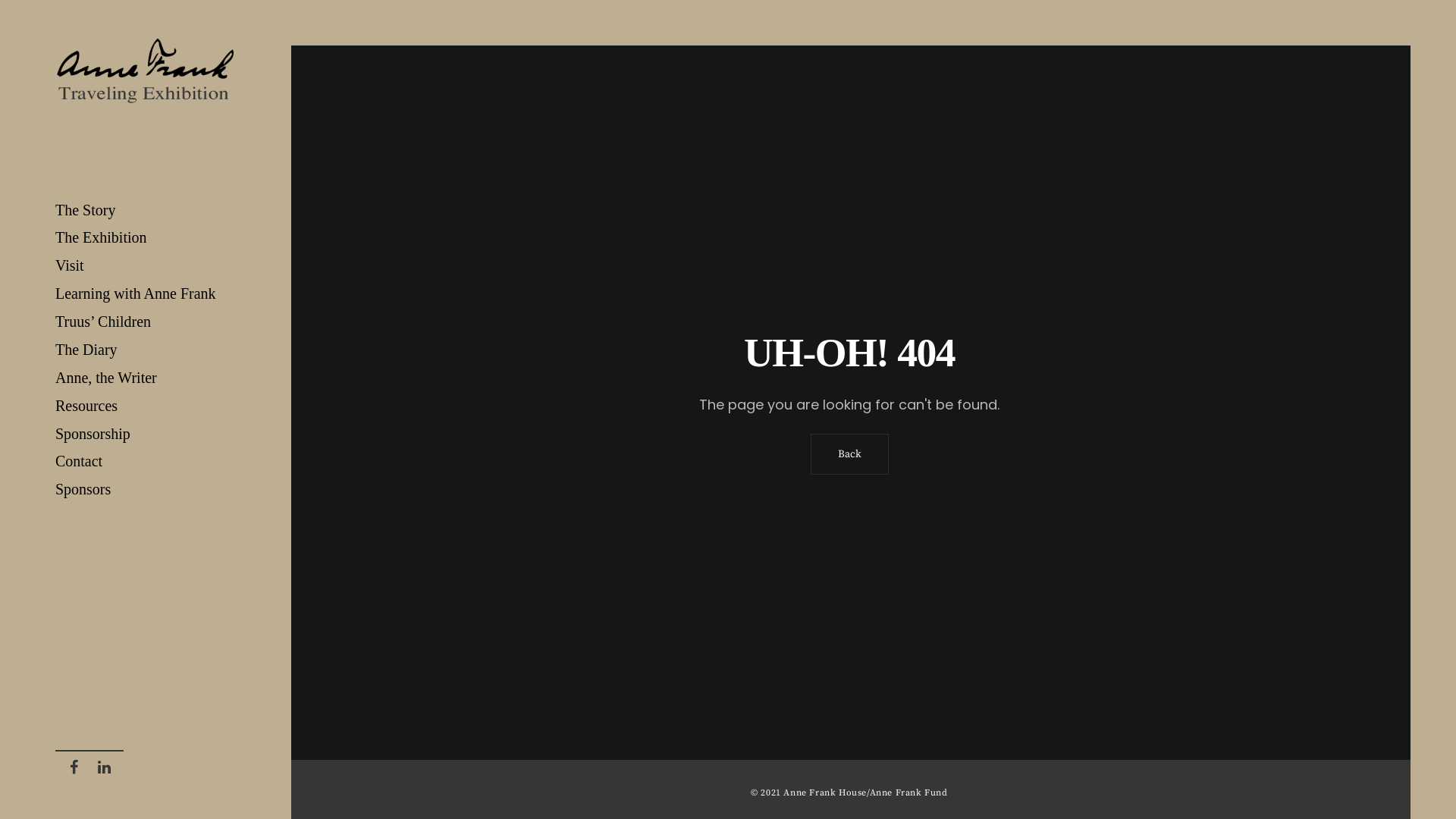 The height and width of the screenshot is (819, 1456). Describe the element at coordinates (146, 210) in the screenshot. I see `'The Story'` at that location.